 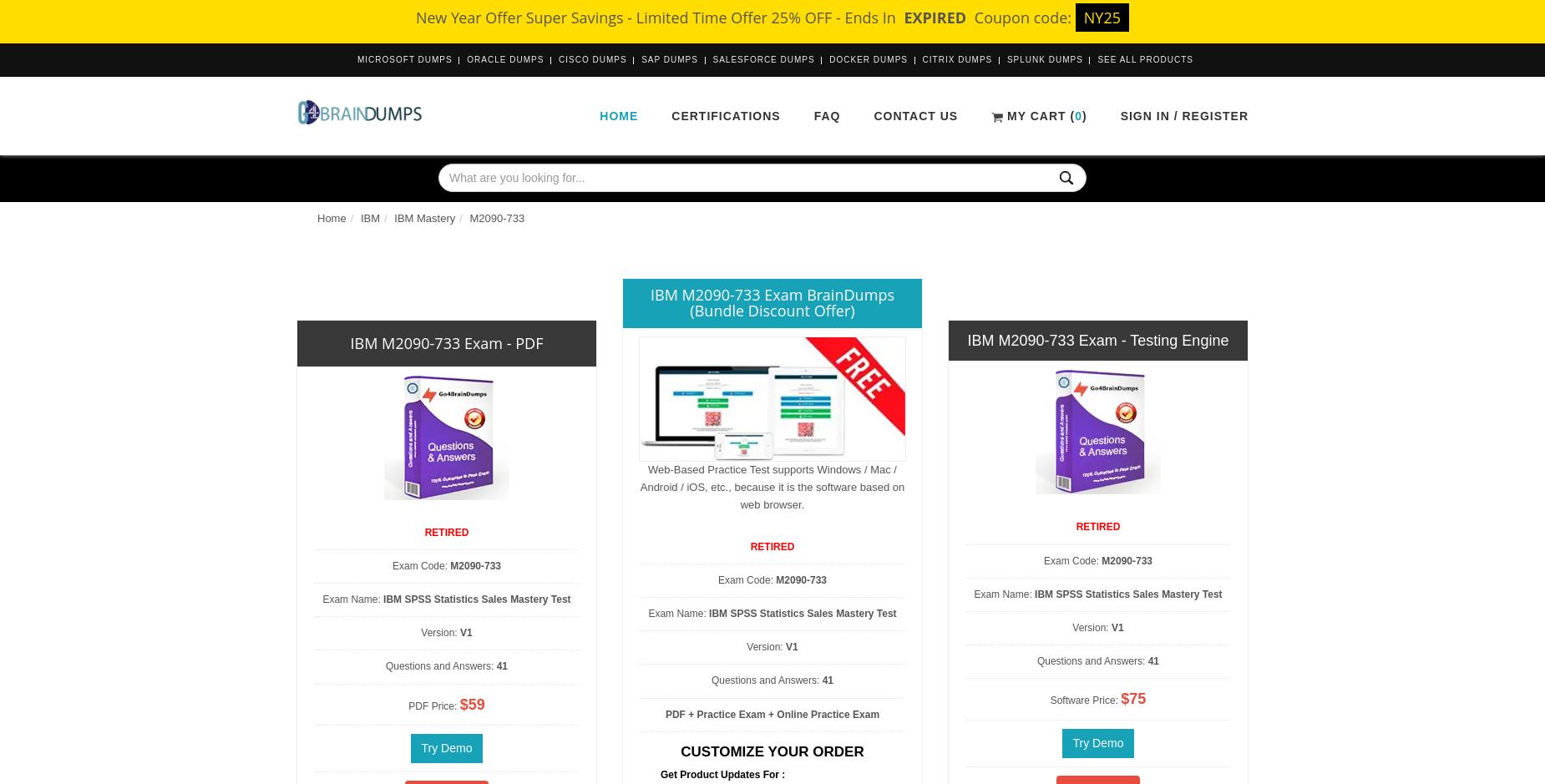 What do you see at coordinates (934, 18) in the screenshot?
I see `'EXPIRED'` at bounding box center [934, 18].